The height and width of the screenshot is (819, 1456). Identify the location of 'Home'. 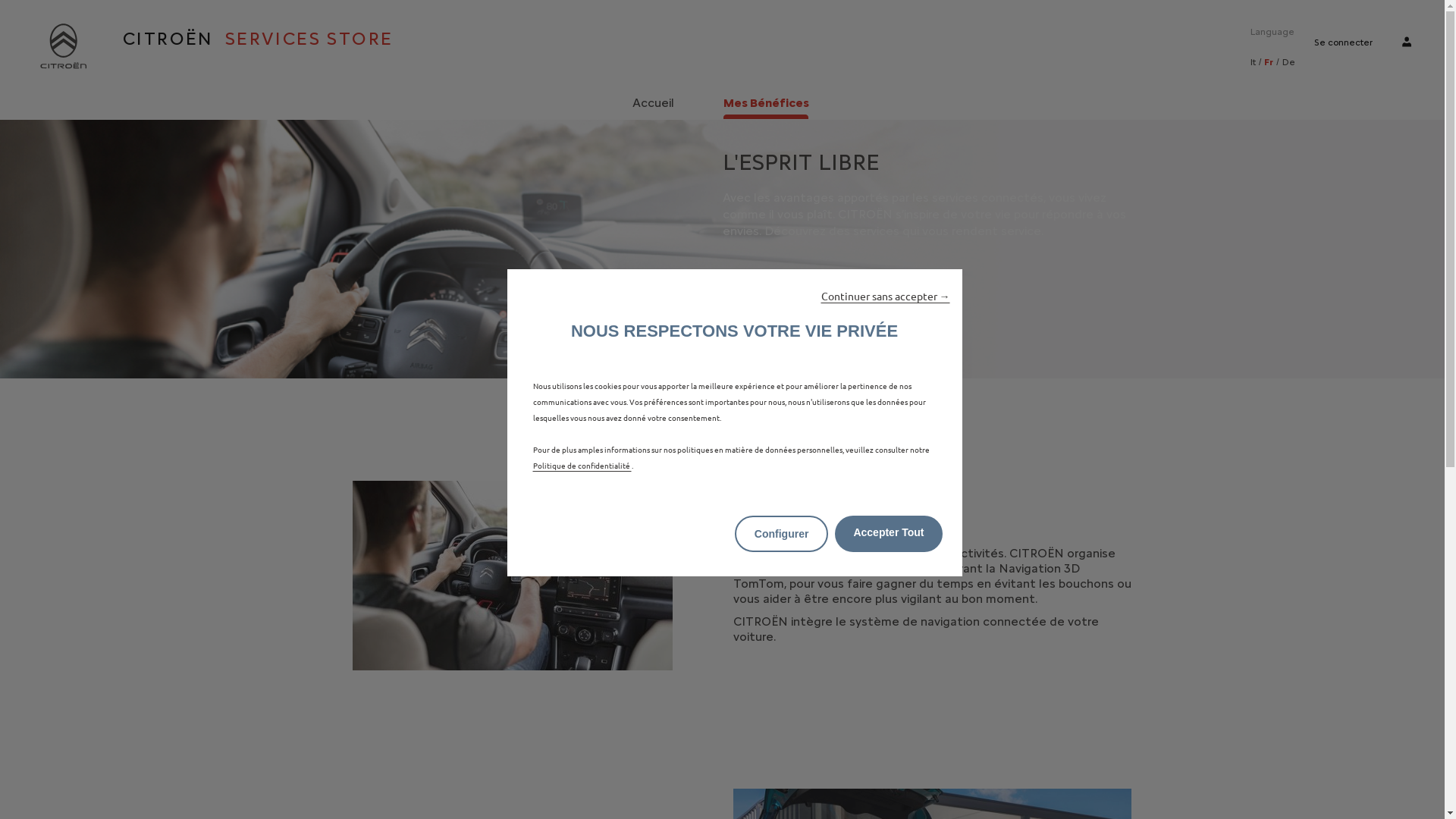
(61, 45).